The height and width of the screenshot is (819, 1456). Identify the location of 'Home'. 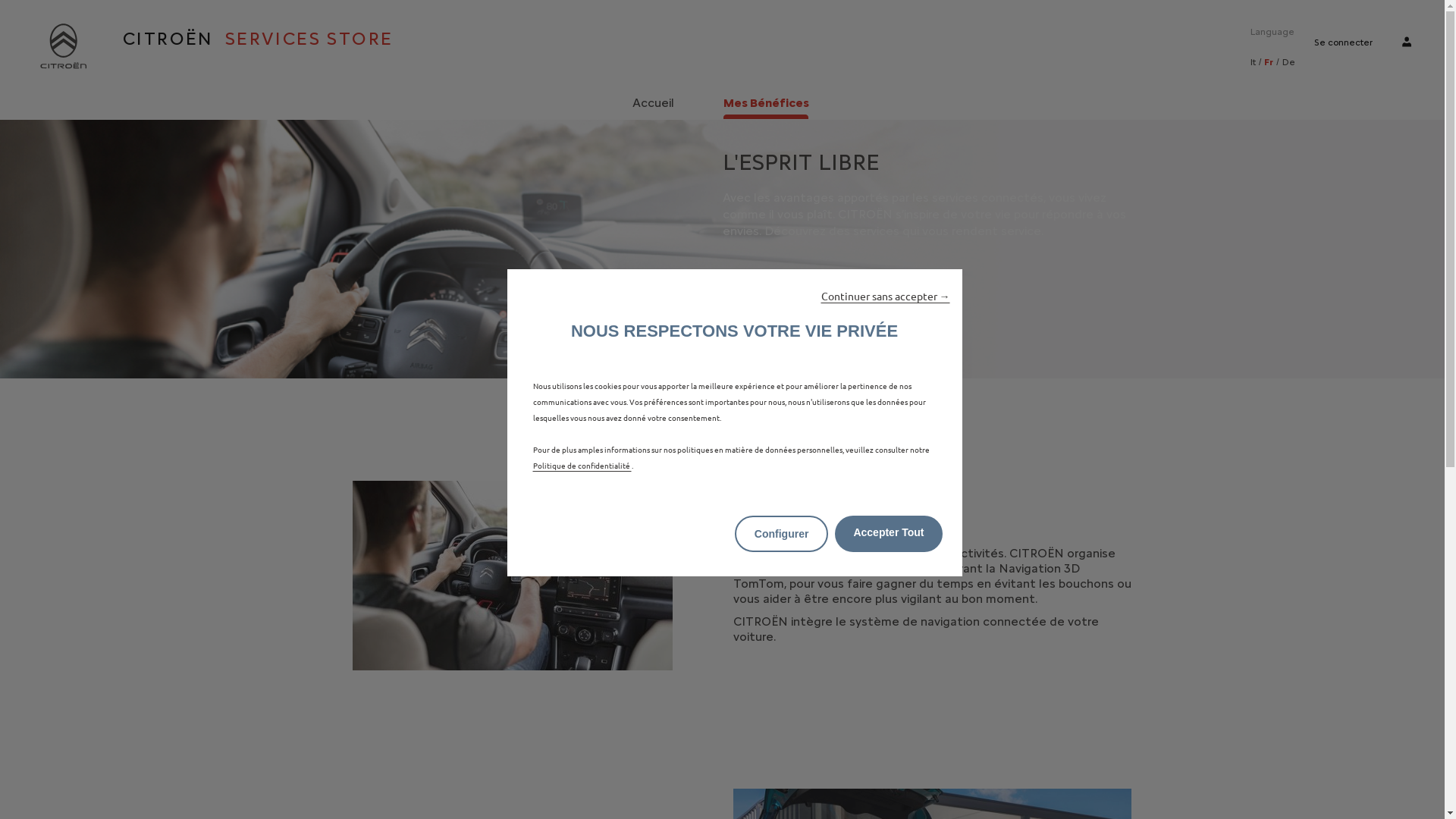
(61, 45).